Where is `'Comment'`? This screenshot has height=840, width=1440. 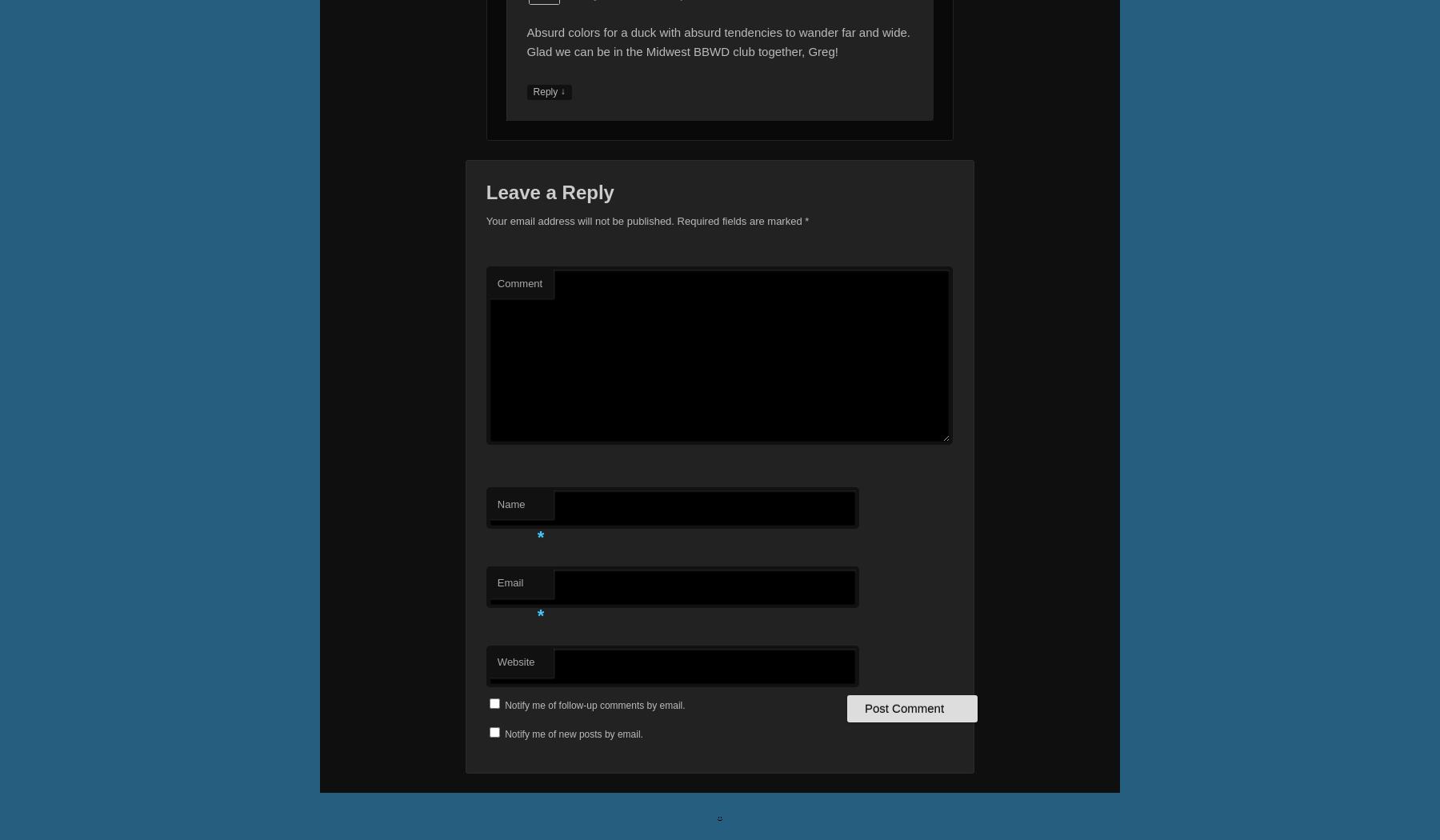 'Comment' is located at coordinates (519, 282).